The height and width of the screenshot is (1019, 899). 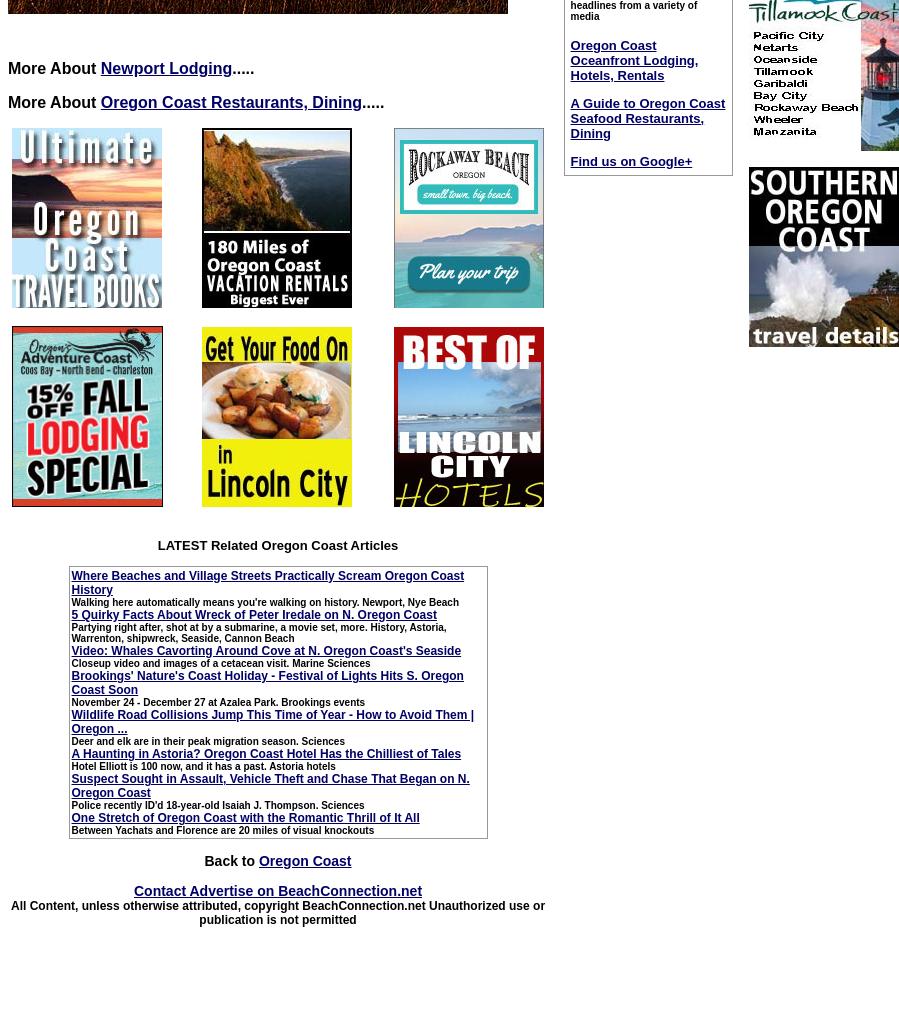 I want to click on 'Oregon Coast', so click(x=258, y=859).